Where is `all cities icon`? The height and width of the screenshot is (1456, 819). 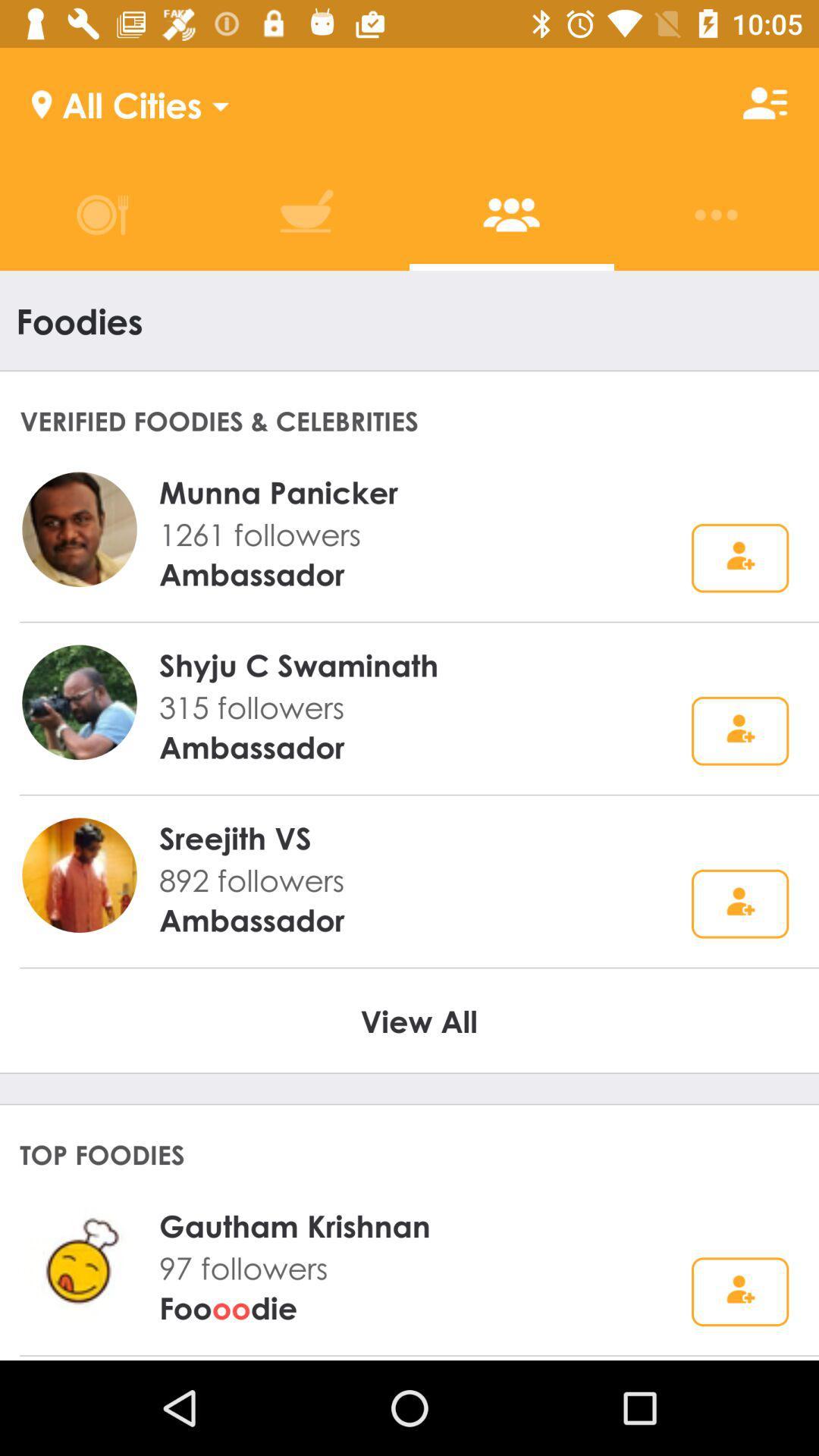 all cities icon is located at coordinates (116, 102).